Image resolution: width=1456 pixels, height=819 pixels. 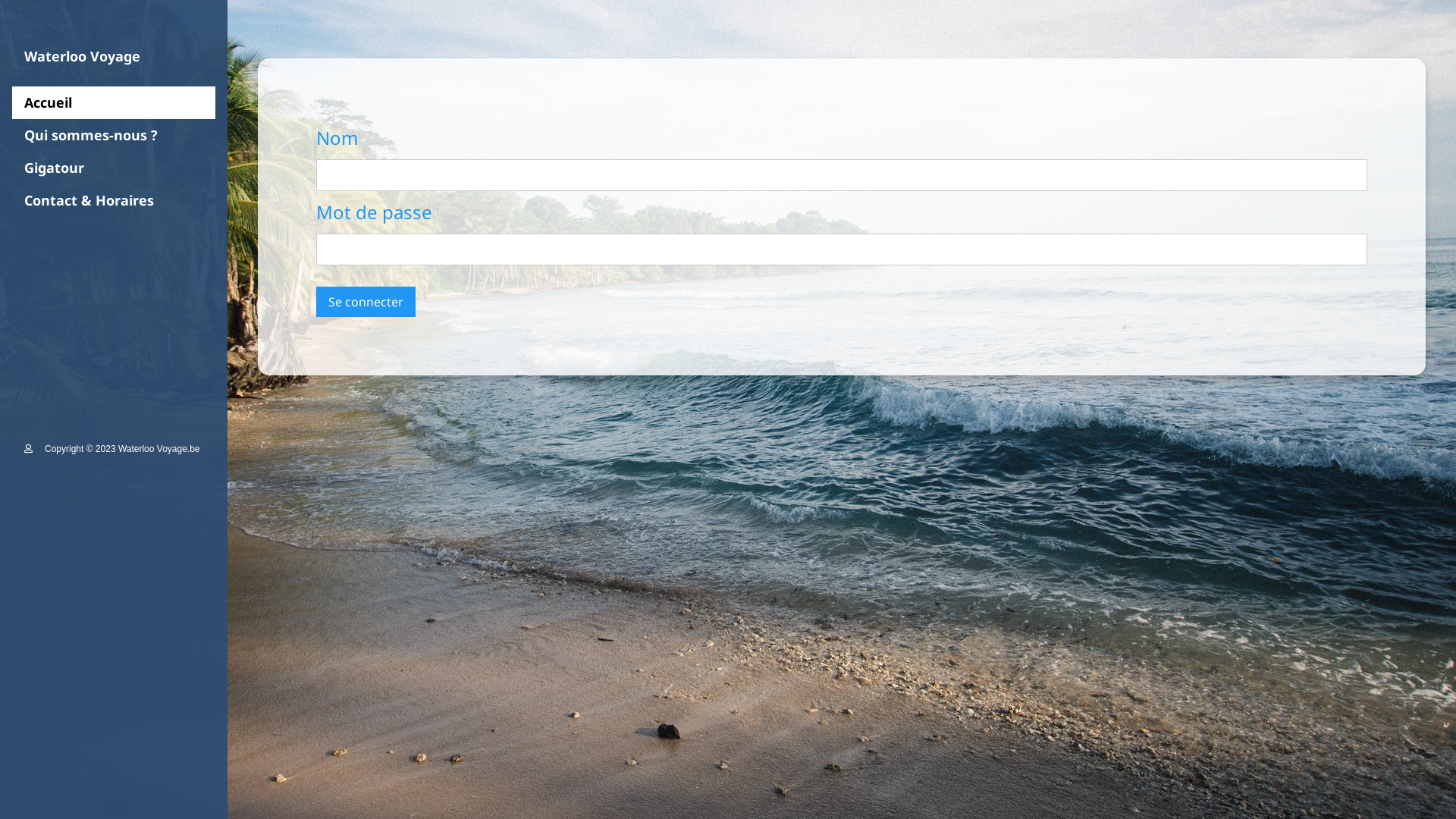 I want to click on 'Gigatour', so click(x=112, y=168).